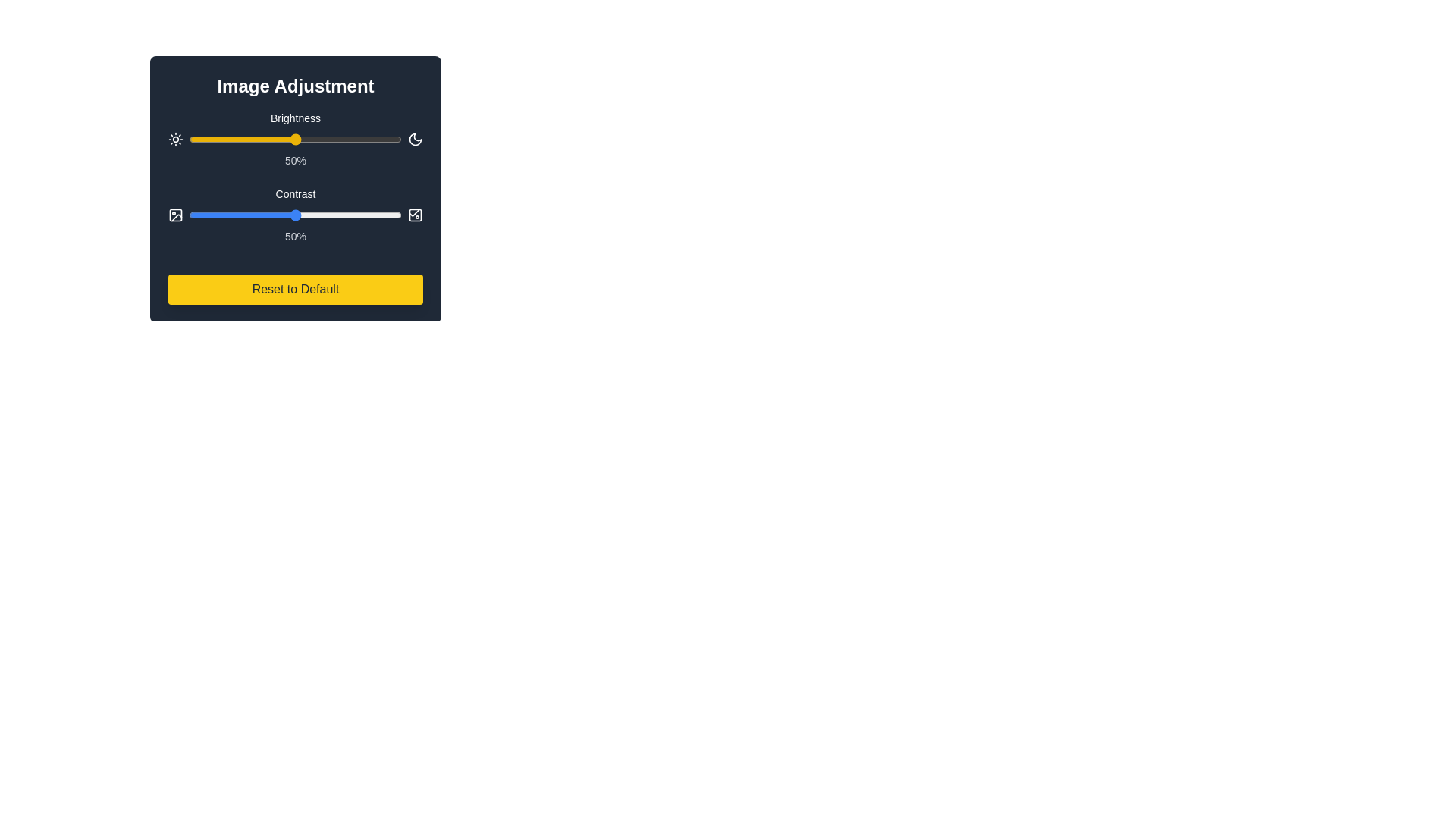 This screenshot has width=1456, height=819. I want to click on the 'Reset to Default' button located at the bottom of the 'Image Adjustment' modal to reset the settings, so click(295, 289).